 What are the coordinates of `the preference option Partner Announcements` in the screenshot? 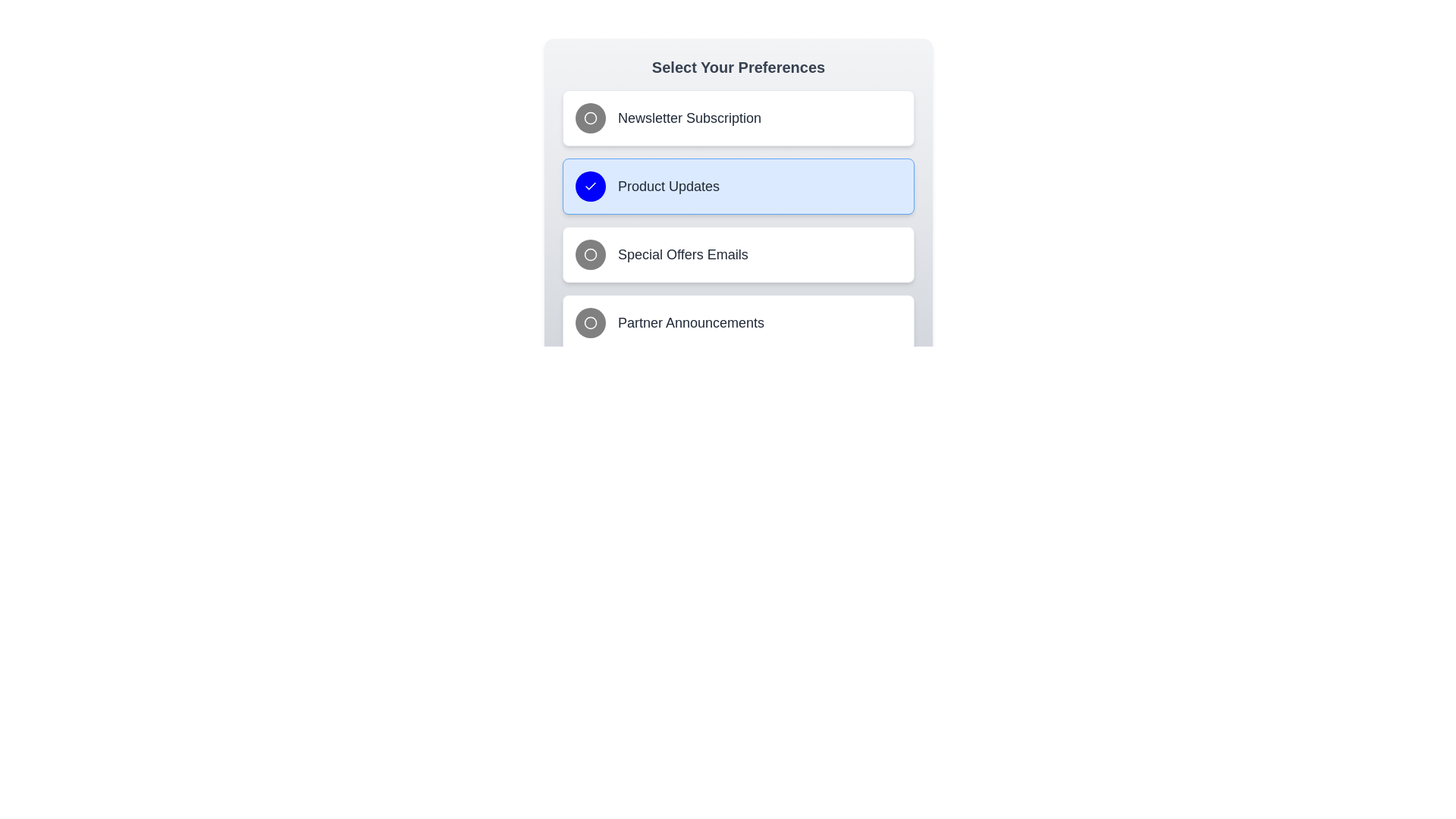 It's located at (739, 322).